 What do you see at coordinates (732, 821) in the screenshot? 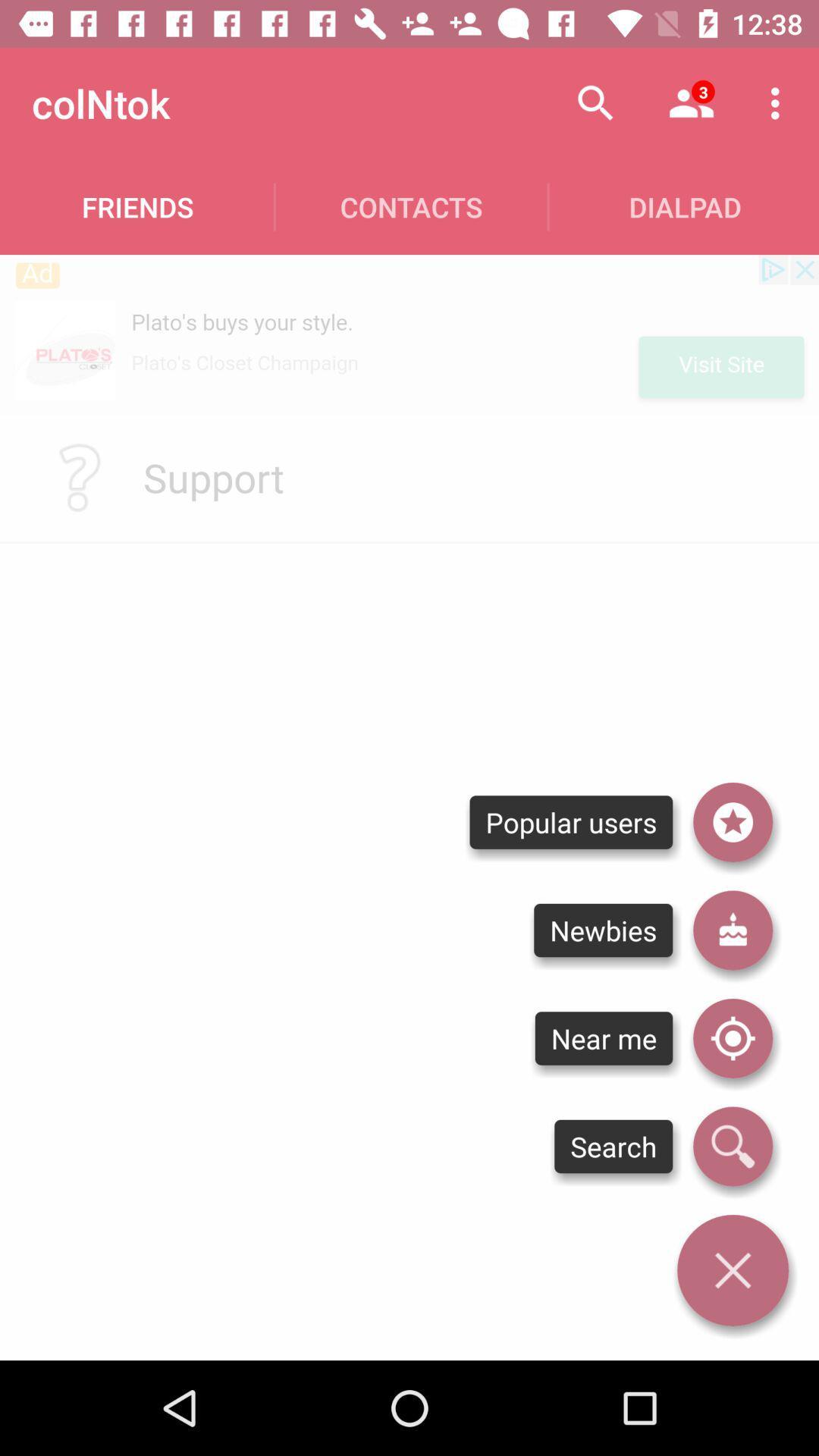
I see `icon next to popular users` at bounding box center [732, 821].